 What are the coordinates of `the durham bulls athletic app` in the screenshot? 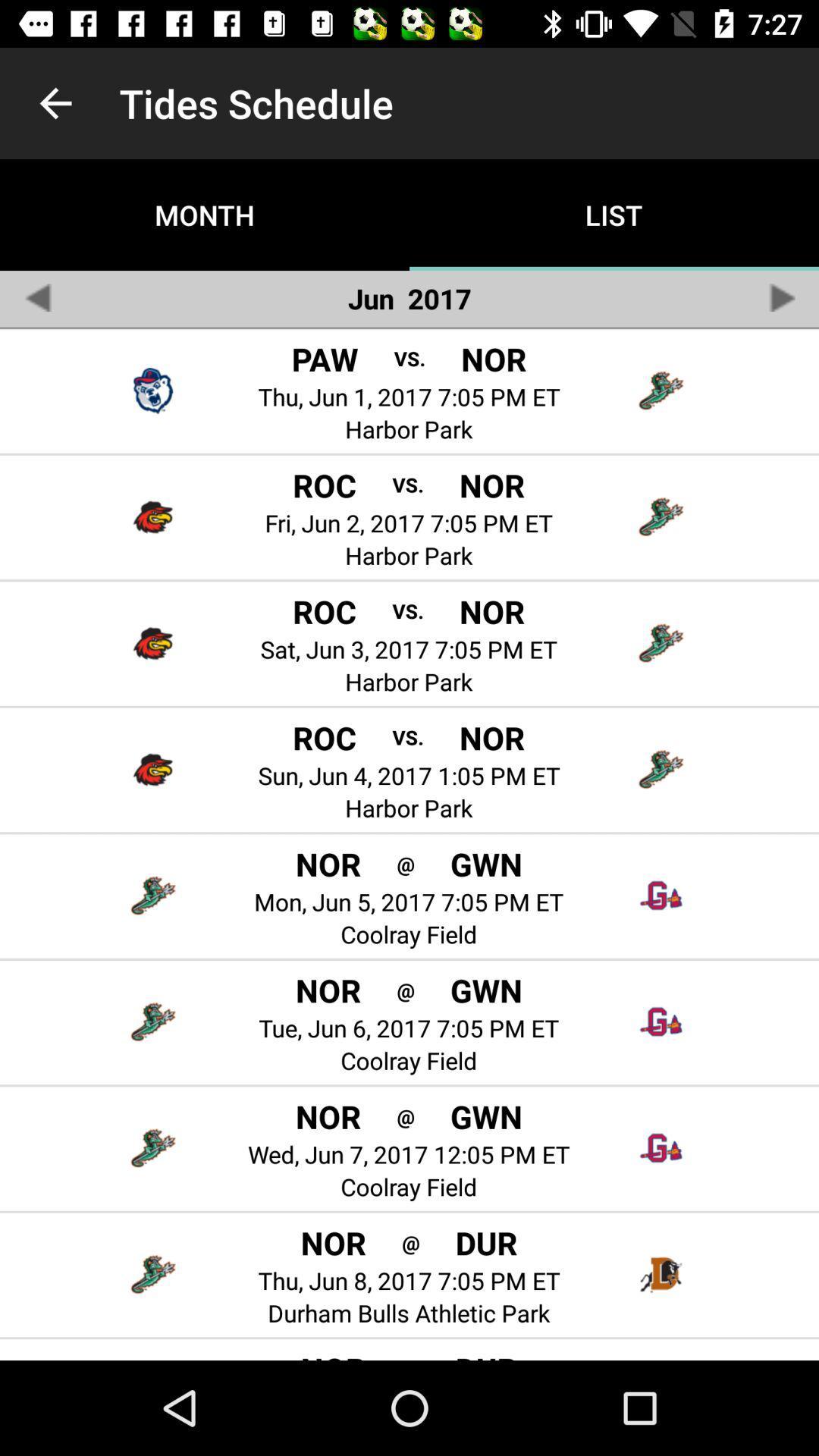 It's located at (408, 1312).